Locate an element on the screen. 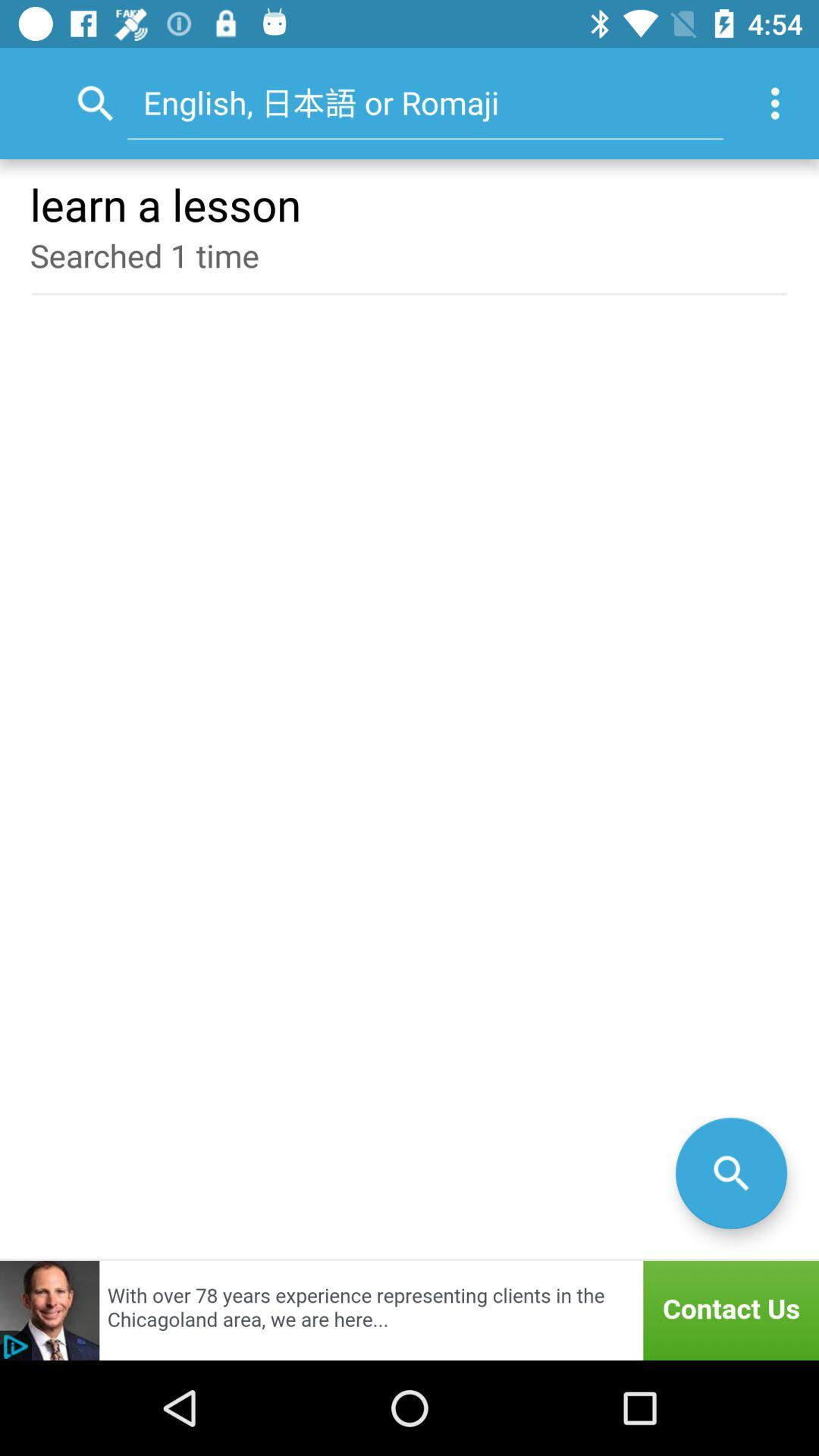 The height and width of the screenshot is (1456, 819). the item above learn a lesson item is located at coordinates (425, 101).